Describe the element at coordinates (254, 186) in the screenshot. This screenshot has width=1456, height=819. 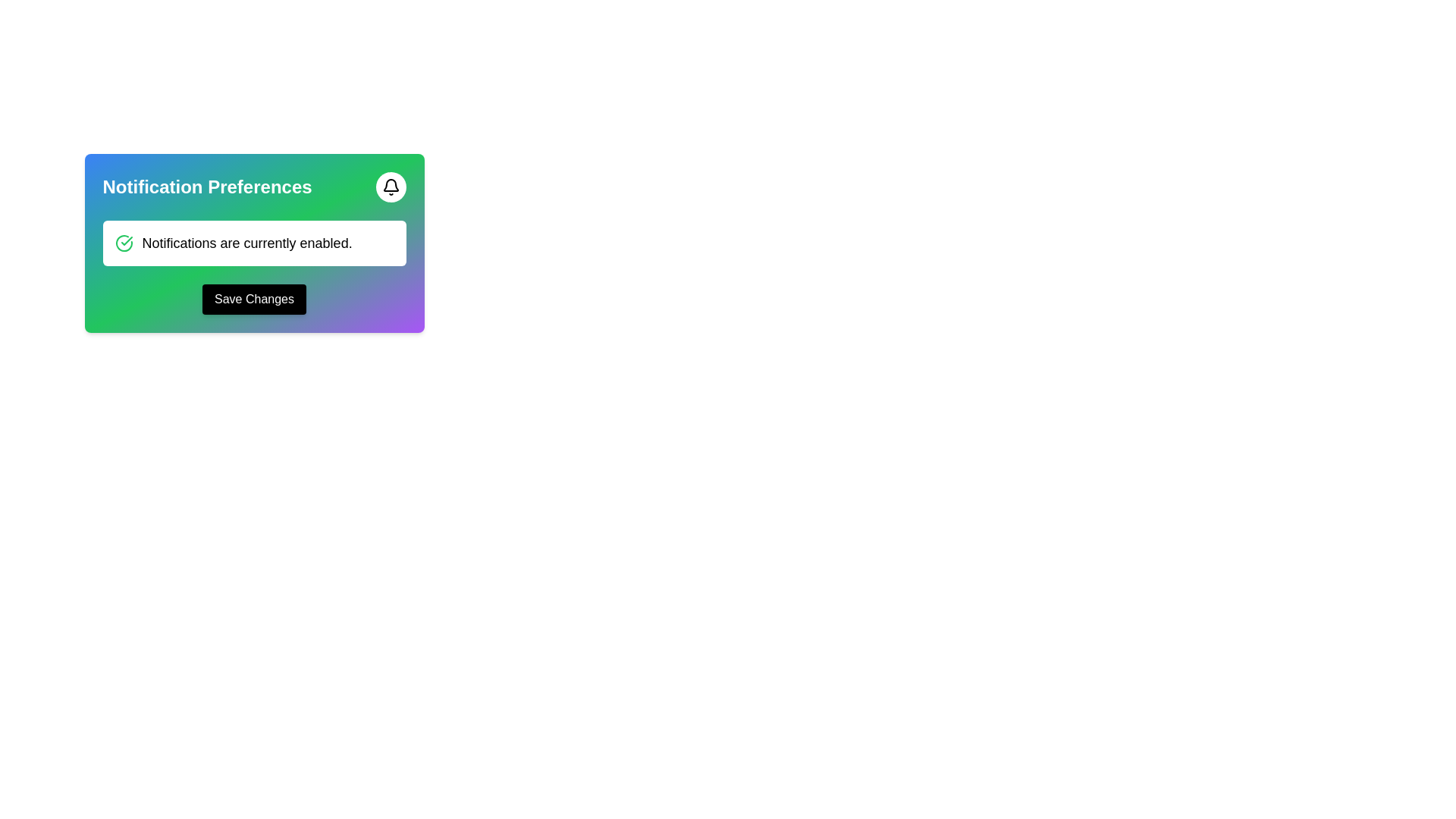
I see `text content of the header indicating notification preferences, which is styled decoratively and positioned at the top of the card` at that location.